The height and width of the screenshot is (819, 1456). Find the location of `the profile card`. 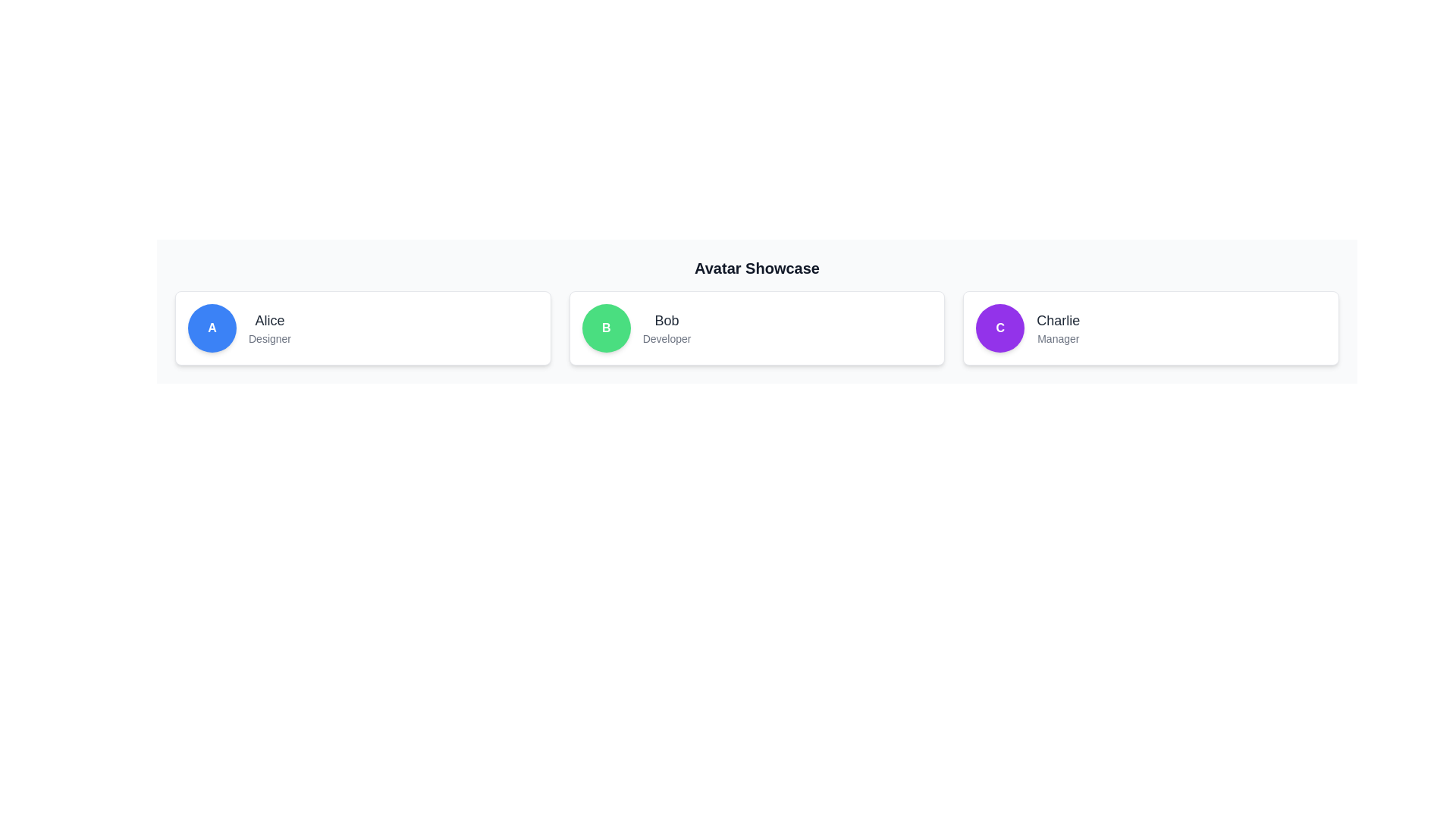

the profile card is located at coordinates (757, 327).